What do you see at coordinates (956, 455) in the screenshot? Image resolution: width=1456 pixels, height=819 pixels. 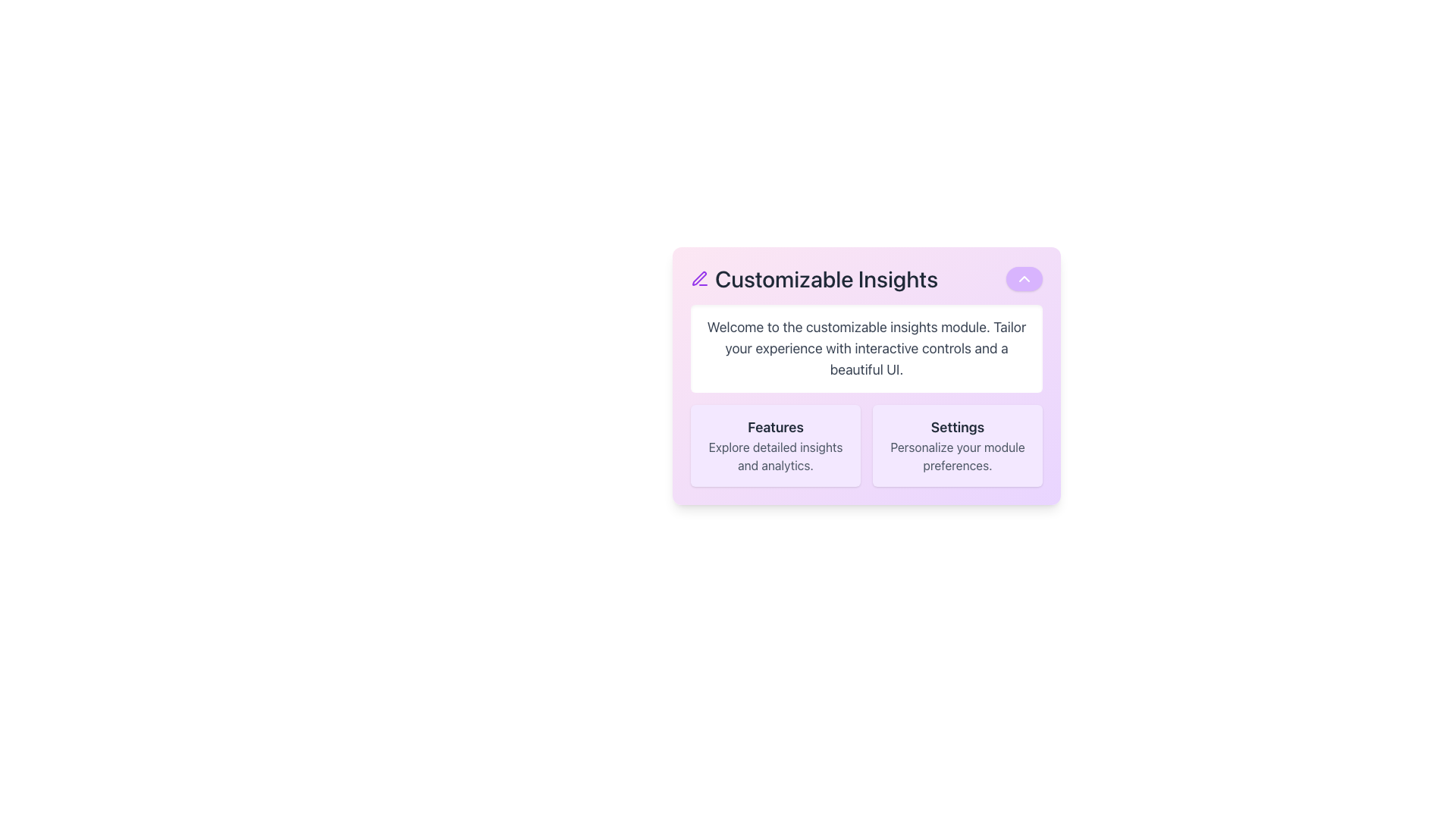 I see `the text label that reads 'Personalize your module preferences,' located inside the lavender 'Settings' card within the 'Customizable Insights' layout` at bounding box center [956, 455].